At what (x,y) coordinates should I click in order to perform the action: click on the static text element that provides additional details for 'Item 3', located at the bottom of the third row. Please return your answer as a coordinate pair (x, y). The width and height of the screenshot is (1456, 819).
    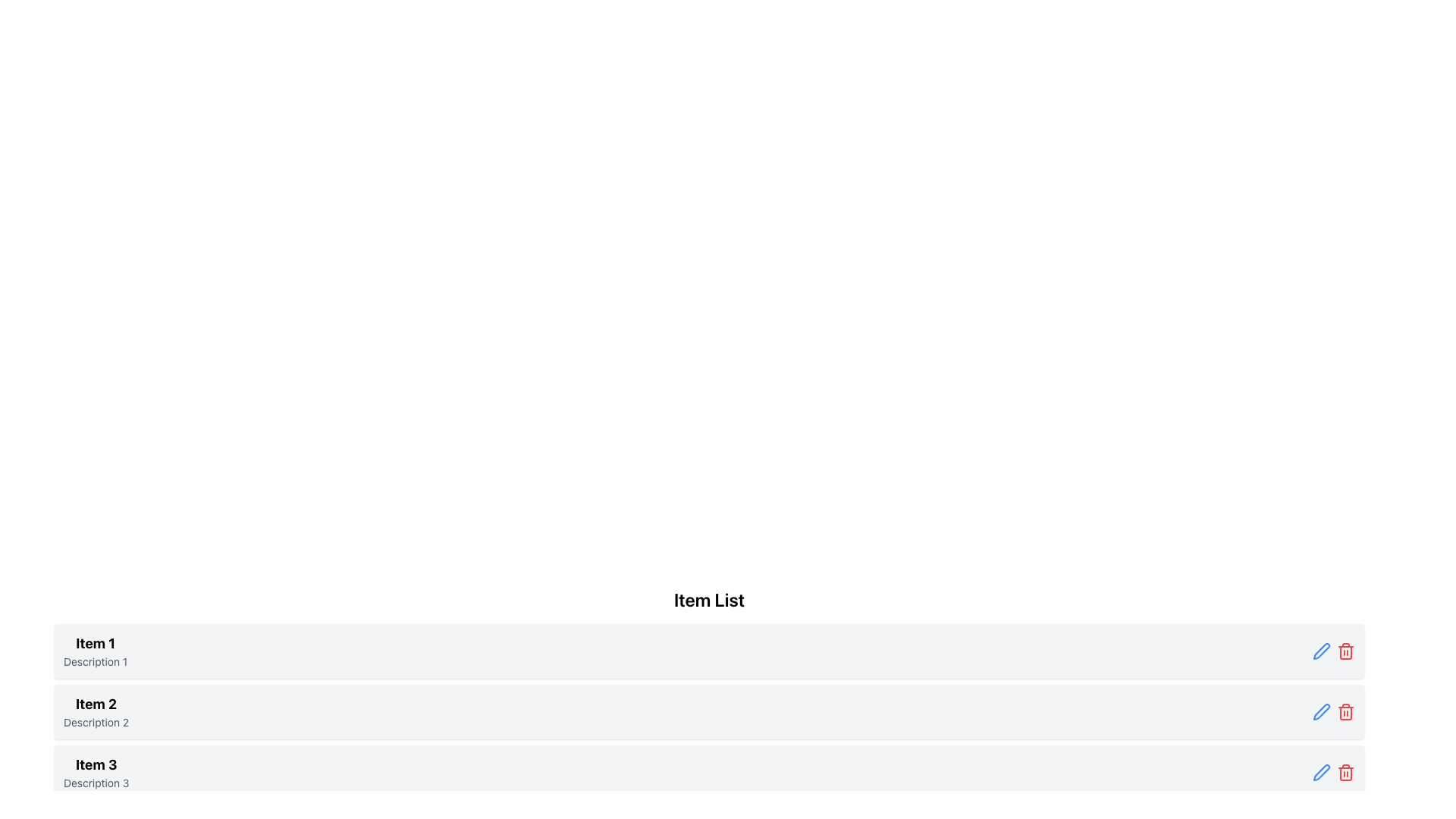
    Looking at the image, I should click on (96, 783).